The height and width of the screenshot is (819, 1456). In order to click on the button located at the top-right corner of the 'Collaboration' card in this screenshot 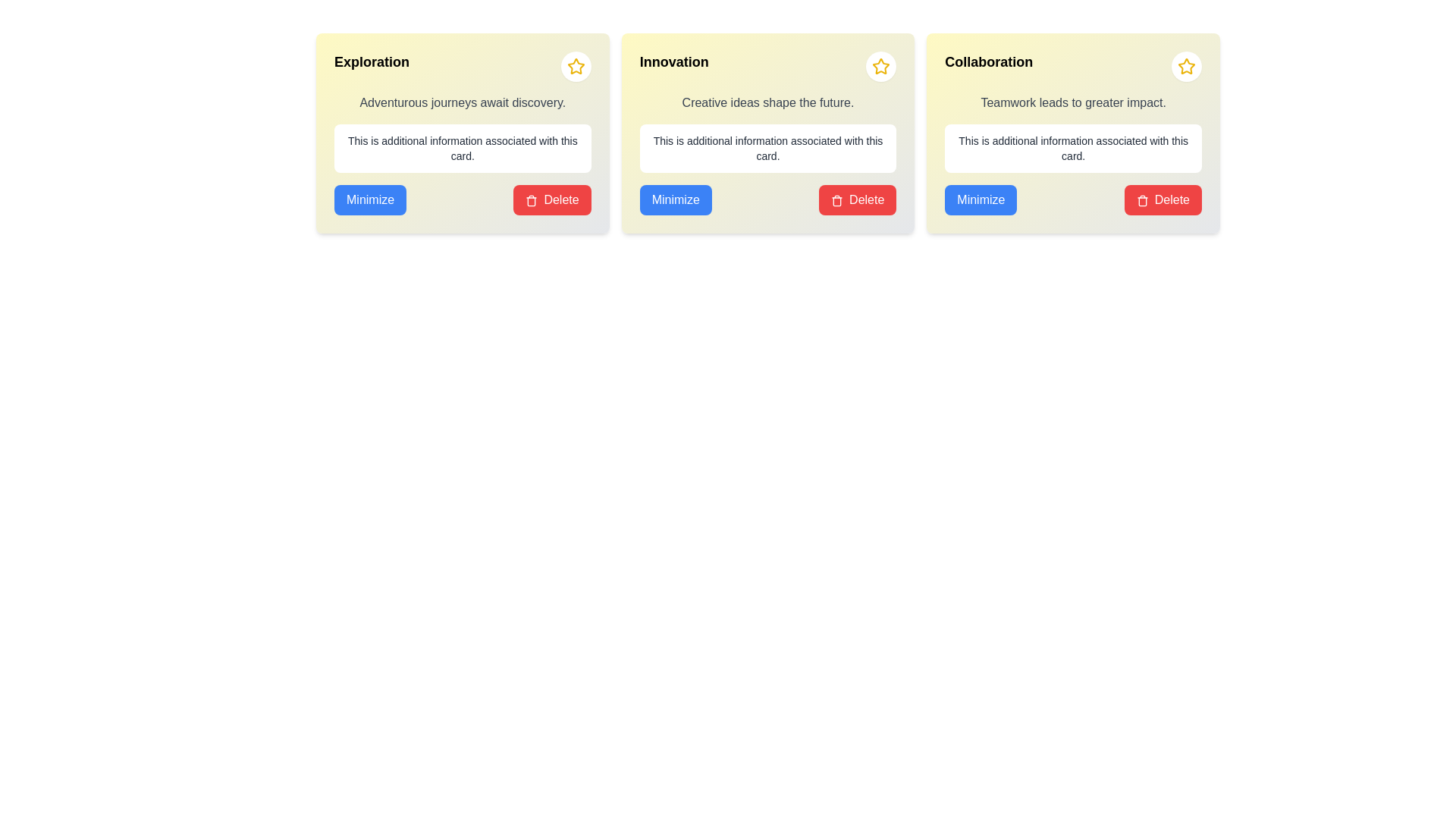, I will do `click(1185, 66)`.